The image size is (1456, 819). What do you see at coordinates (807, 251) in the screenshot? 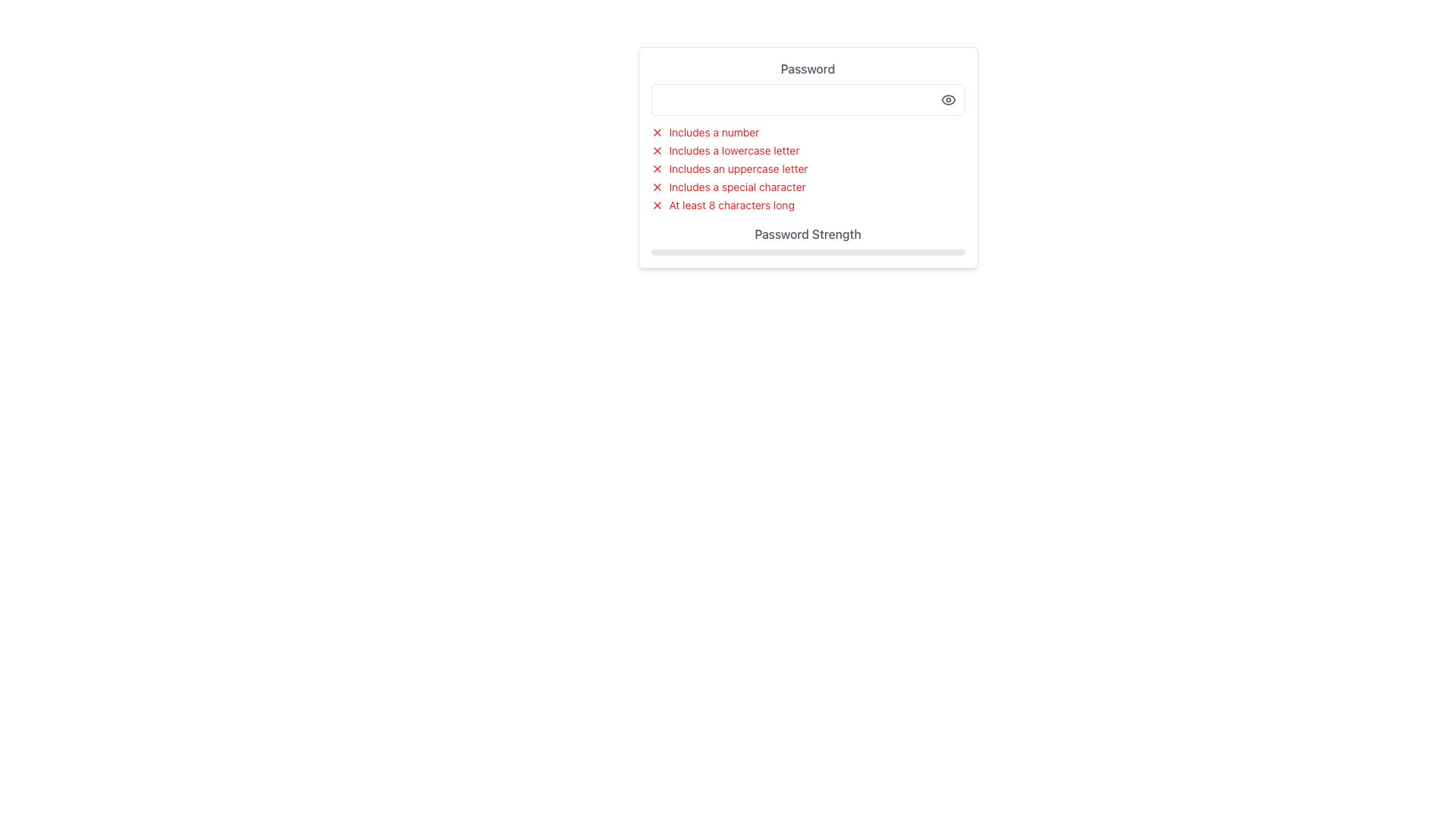
I see `the Progress Bar located below the 'Password Strength' text` at bounding box center [807, 251].